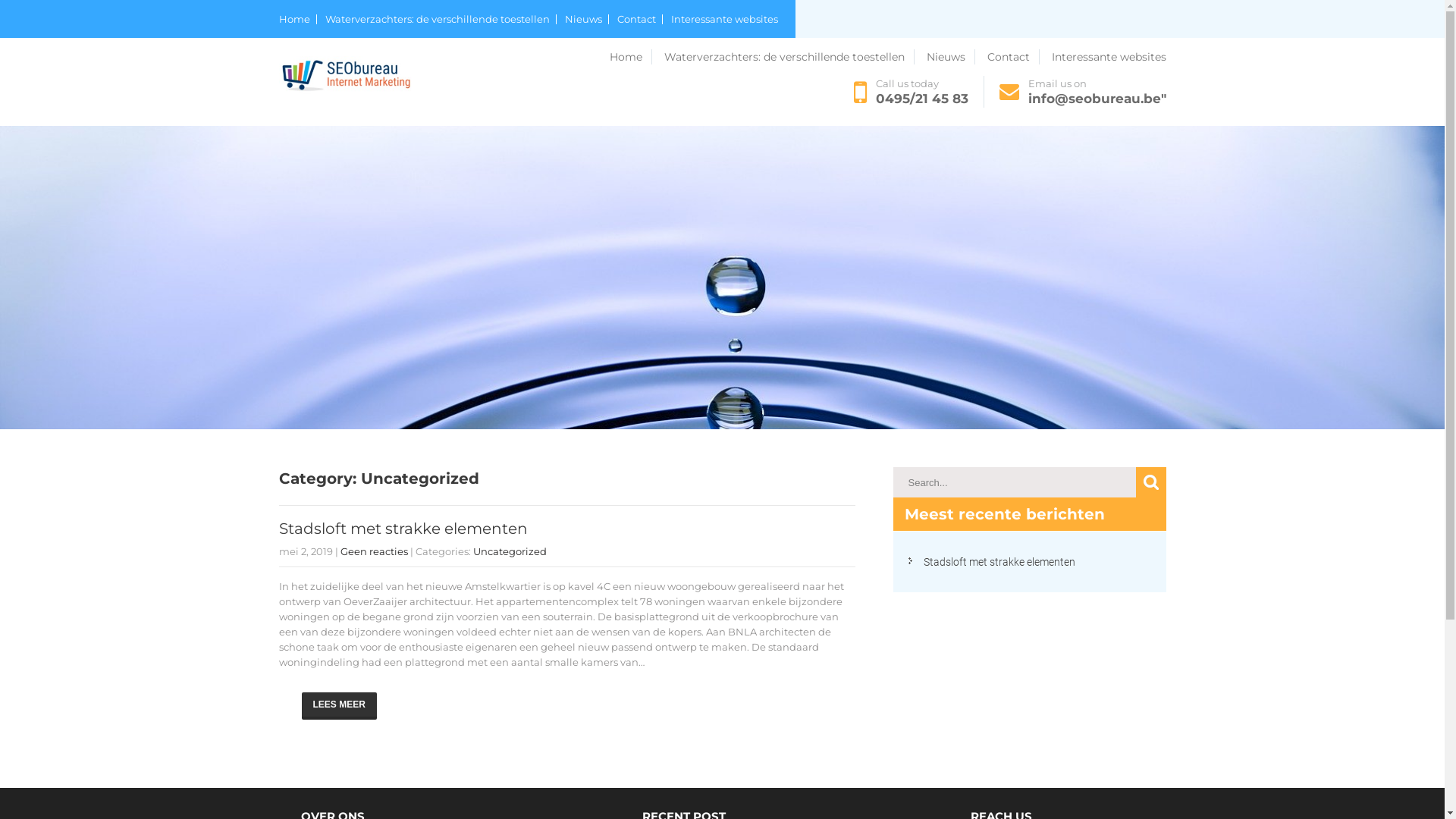 This screenshot has height=819, width=1456. What do you see at coordinates (510, 551) in the screenshot?
I see `'Uncategorized'` at bounding box center [510, 551].